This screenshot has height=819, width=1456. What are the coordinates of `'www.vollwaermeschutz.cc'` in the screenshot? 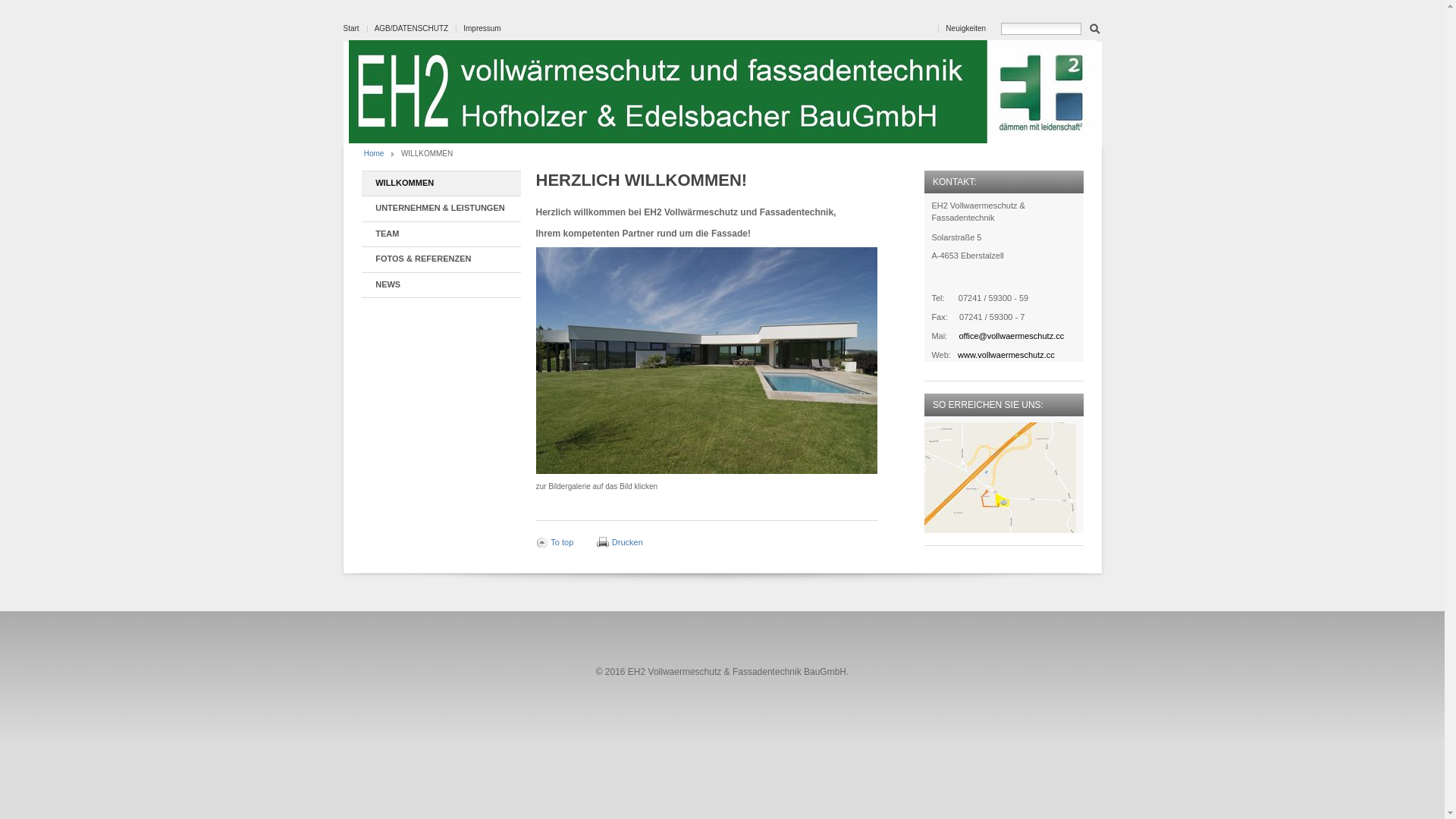 It's located at (956, 354).